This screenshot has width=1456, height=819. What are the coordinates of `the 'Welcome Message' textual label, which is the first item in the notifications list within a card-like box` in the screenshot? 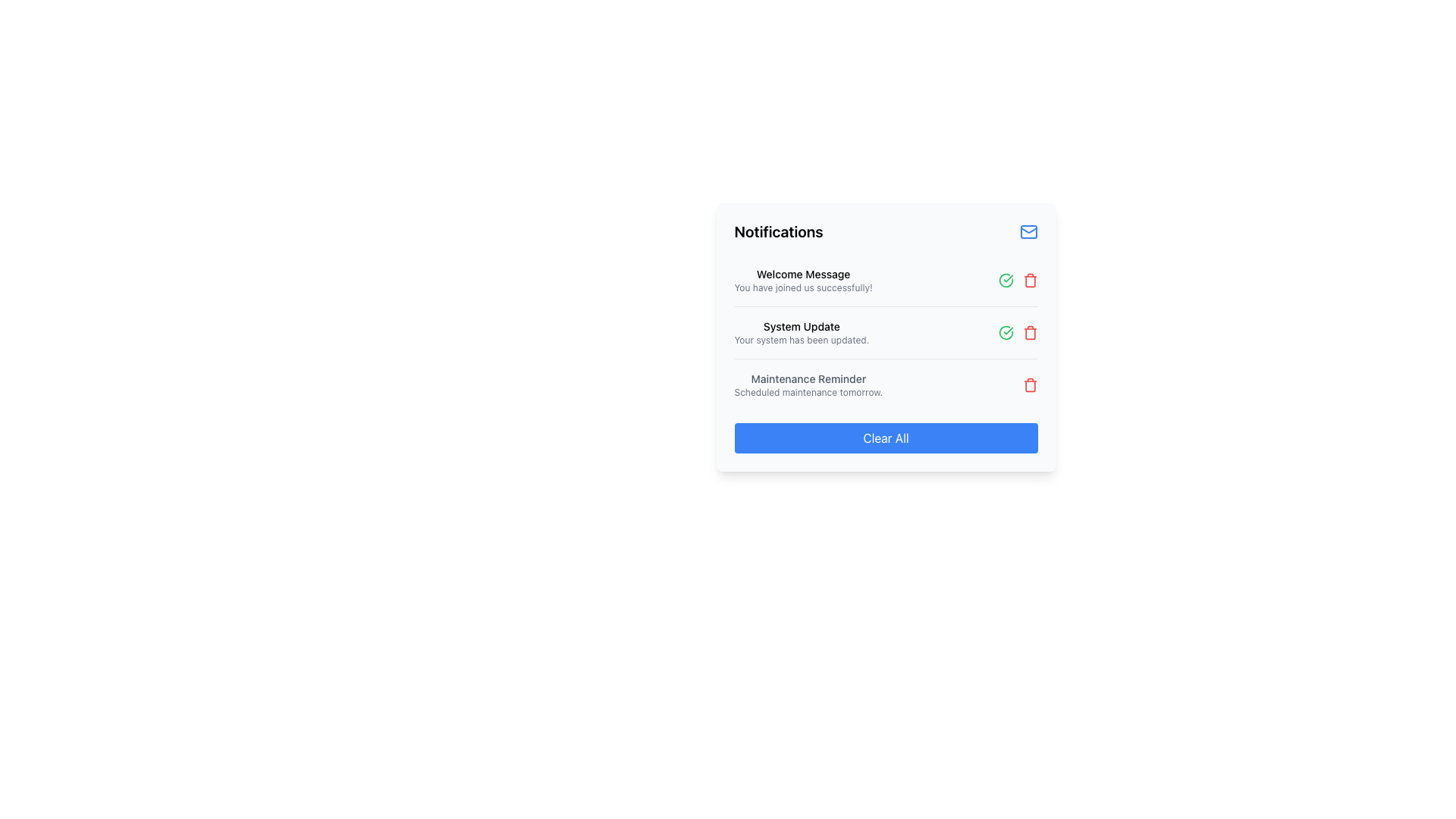 It's located at (802, 281).